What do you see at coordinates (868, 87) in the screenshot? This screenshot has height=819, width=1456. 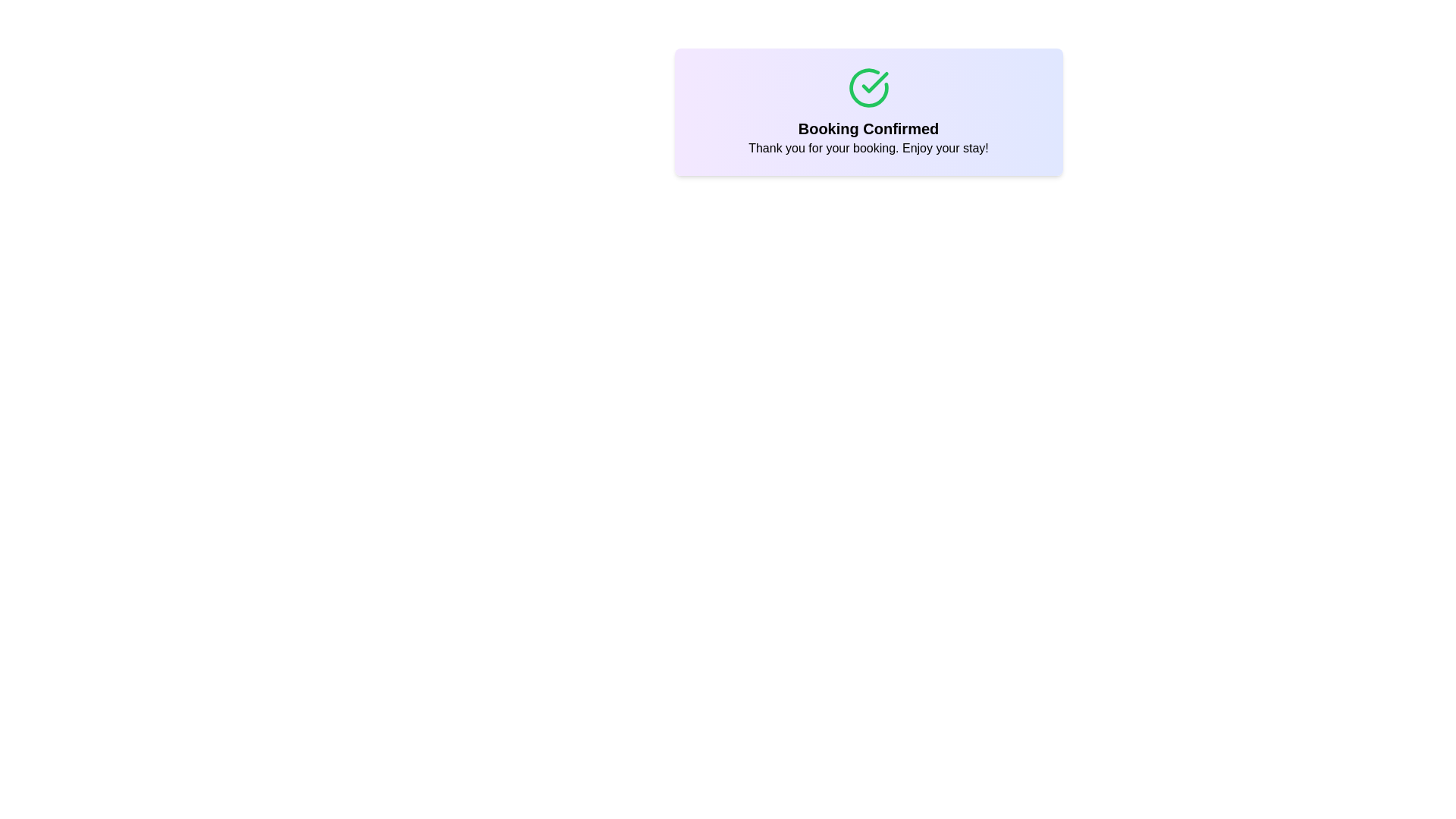 I see `the large green checkmark icon located at the top center of the card-like background, which signifies visual confirmation of 'Booking Confirmed.'` at bounding box center [868, 87].